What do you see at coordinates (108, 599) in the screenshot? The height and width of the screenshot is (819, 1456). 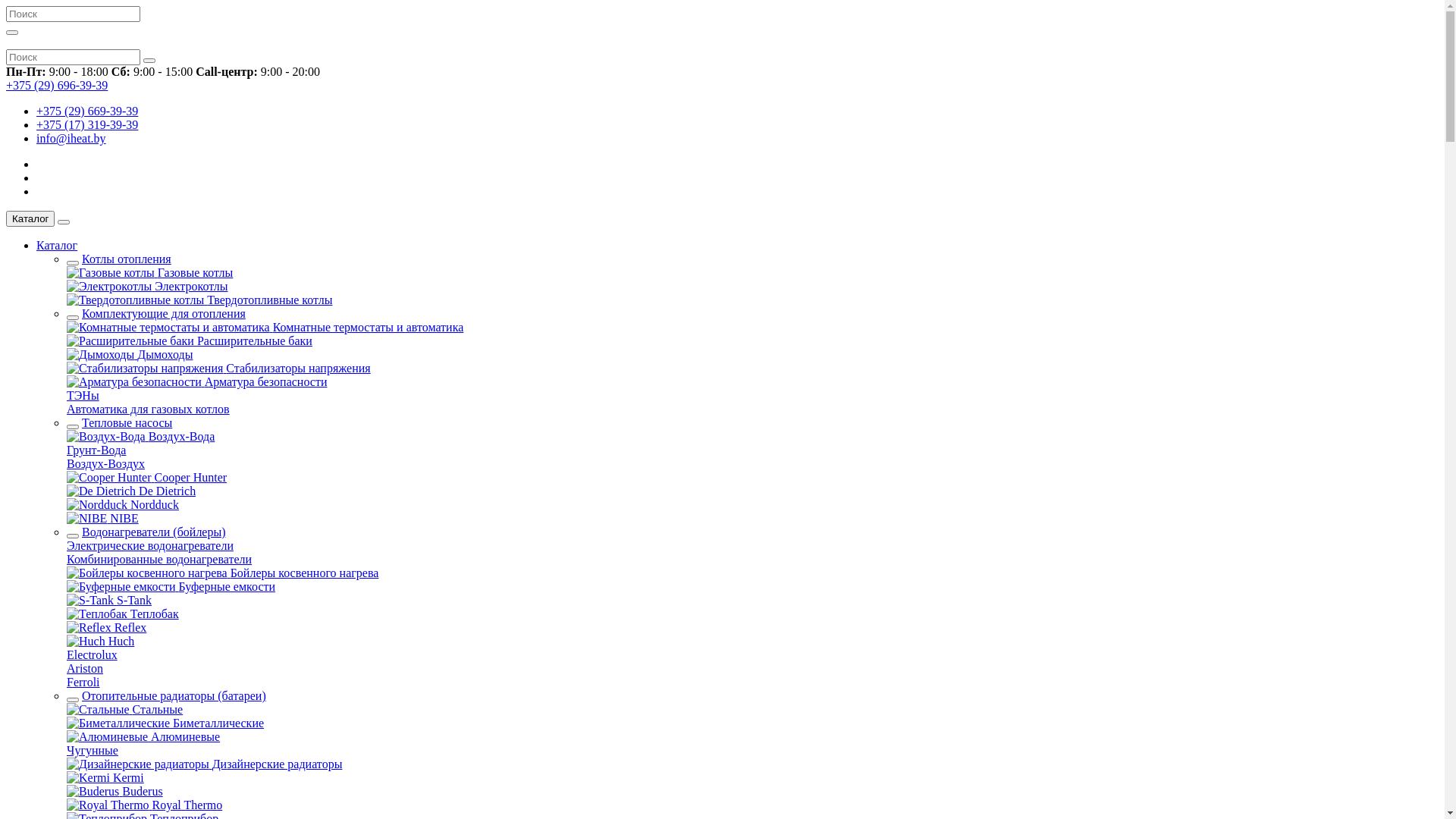 I see `'S-Tank'` at bounding box center [108, 599].